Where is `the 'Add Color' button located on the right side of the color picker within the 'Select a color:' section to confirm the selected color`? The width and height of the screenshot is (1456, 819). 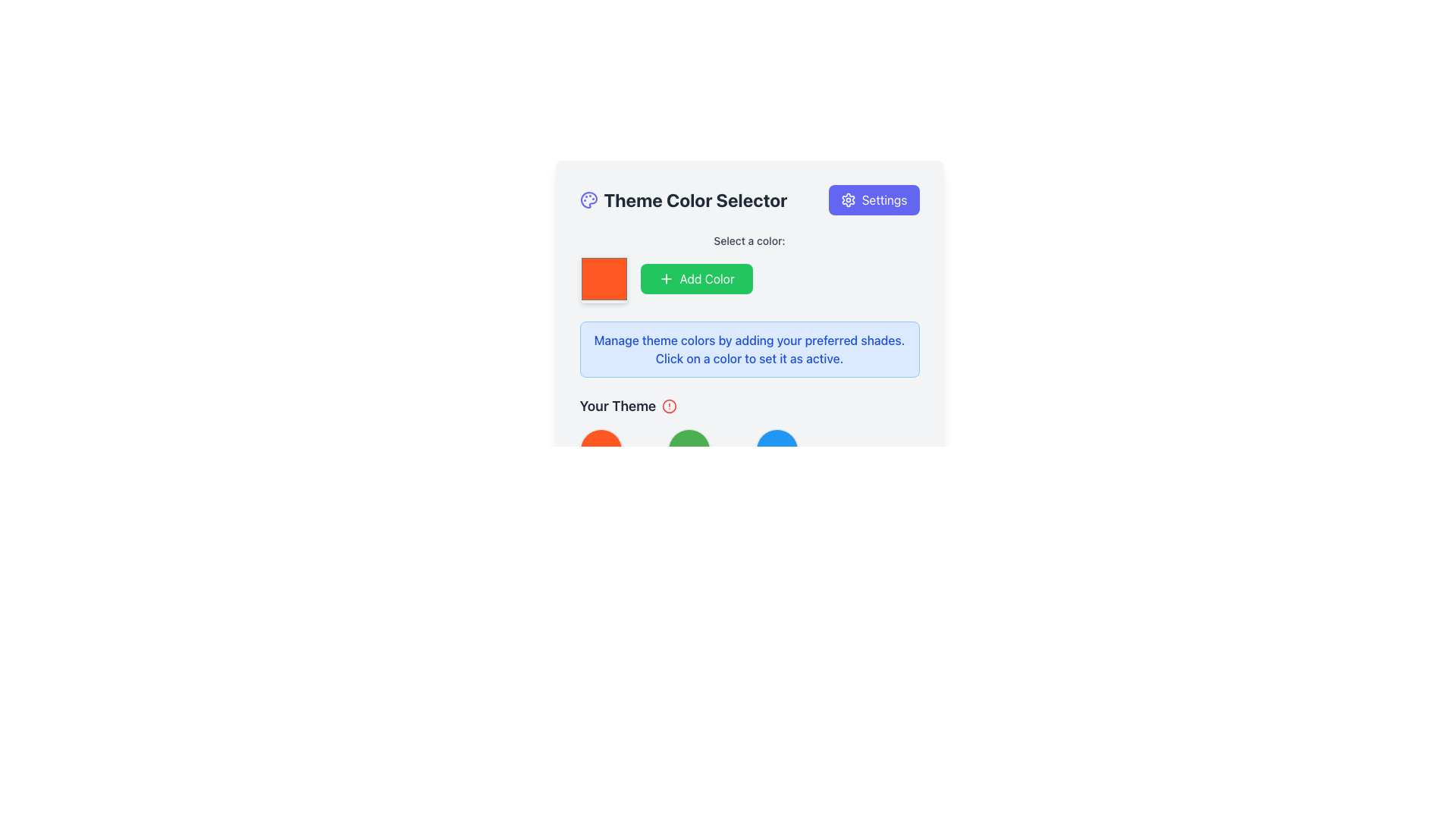 the 'Add Color' button located on the right side of the color picker within the 'Select a color:' section to confirm the selected color is located at coordinates (749, 278).